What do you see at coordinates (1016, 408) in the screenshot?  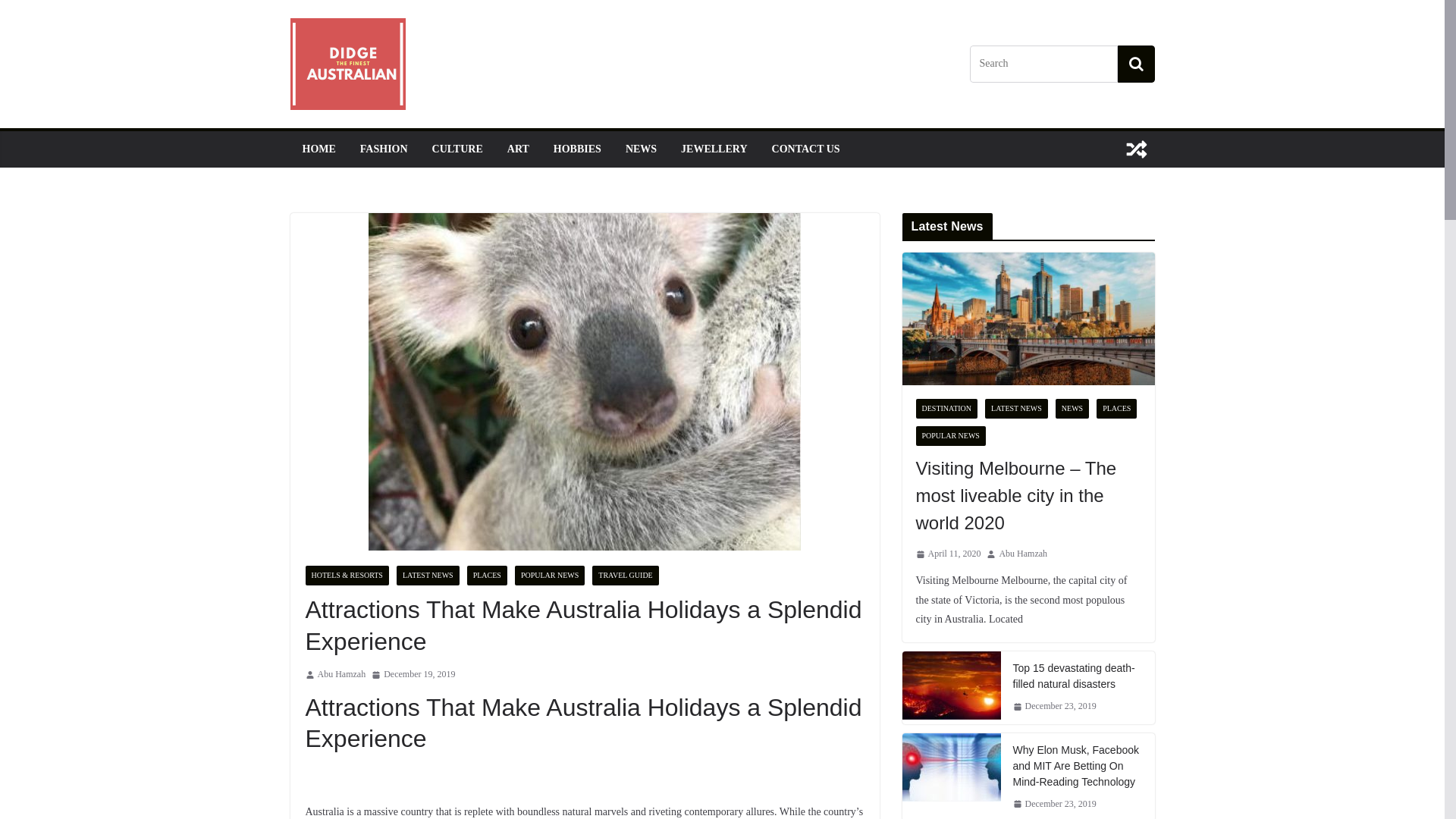 I see `'LATEST NEWS'` at bounding box center [1016, 408].